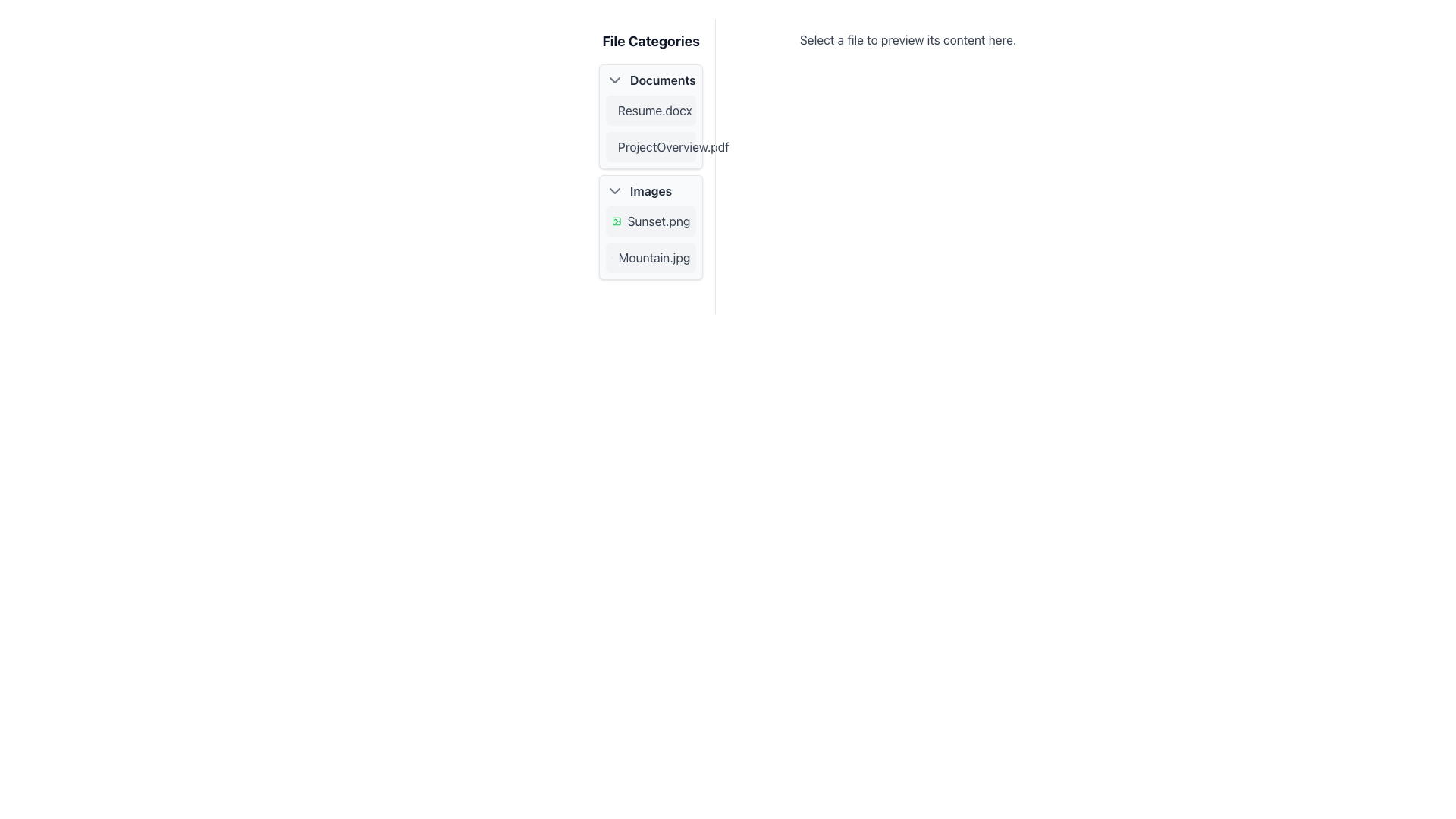 The height and width of the screenshot is (819, 1456). What do you see at coordinates (651, 221) in the screenshot?
I see `the list item representing the file 'Sunset.png'` at bounding box center [651, 221].